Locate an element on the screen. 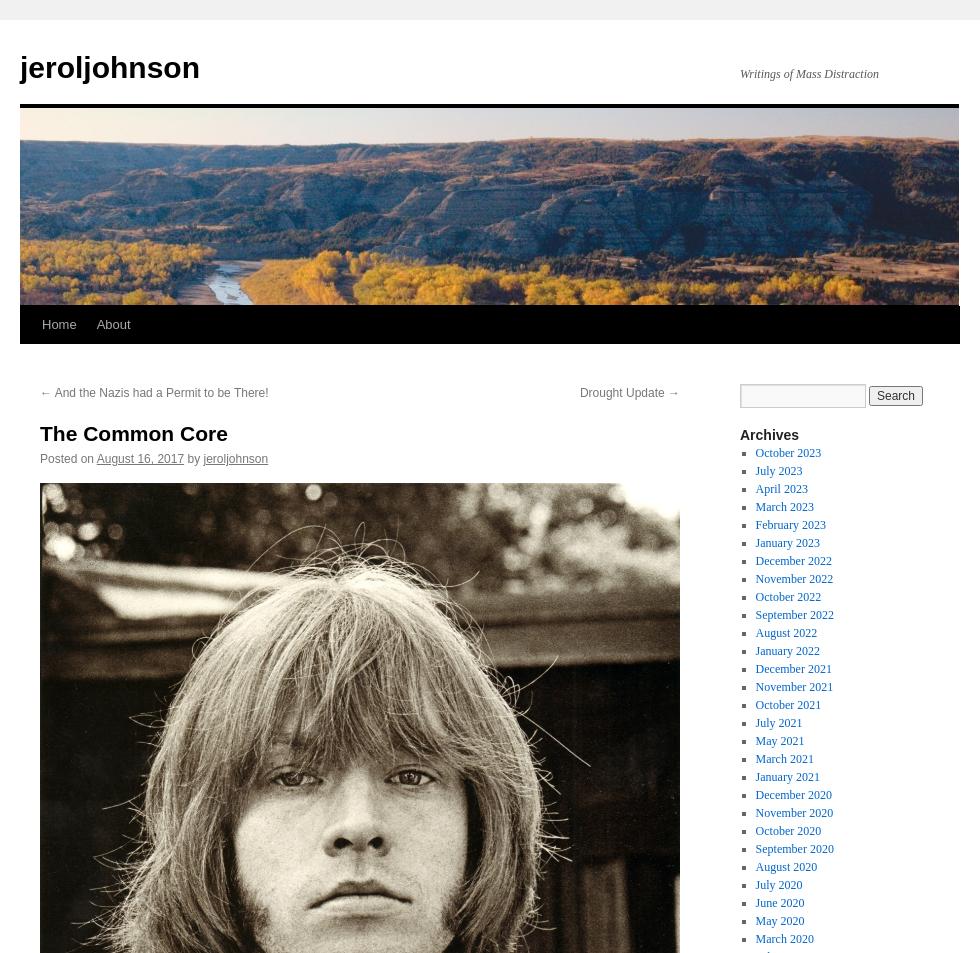 The image size is (980, 953). 'January 2021' is located at coordinates (787, 776).